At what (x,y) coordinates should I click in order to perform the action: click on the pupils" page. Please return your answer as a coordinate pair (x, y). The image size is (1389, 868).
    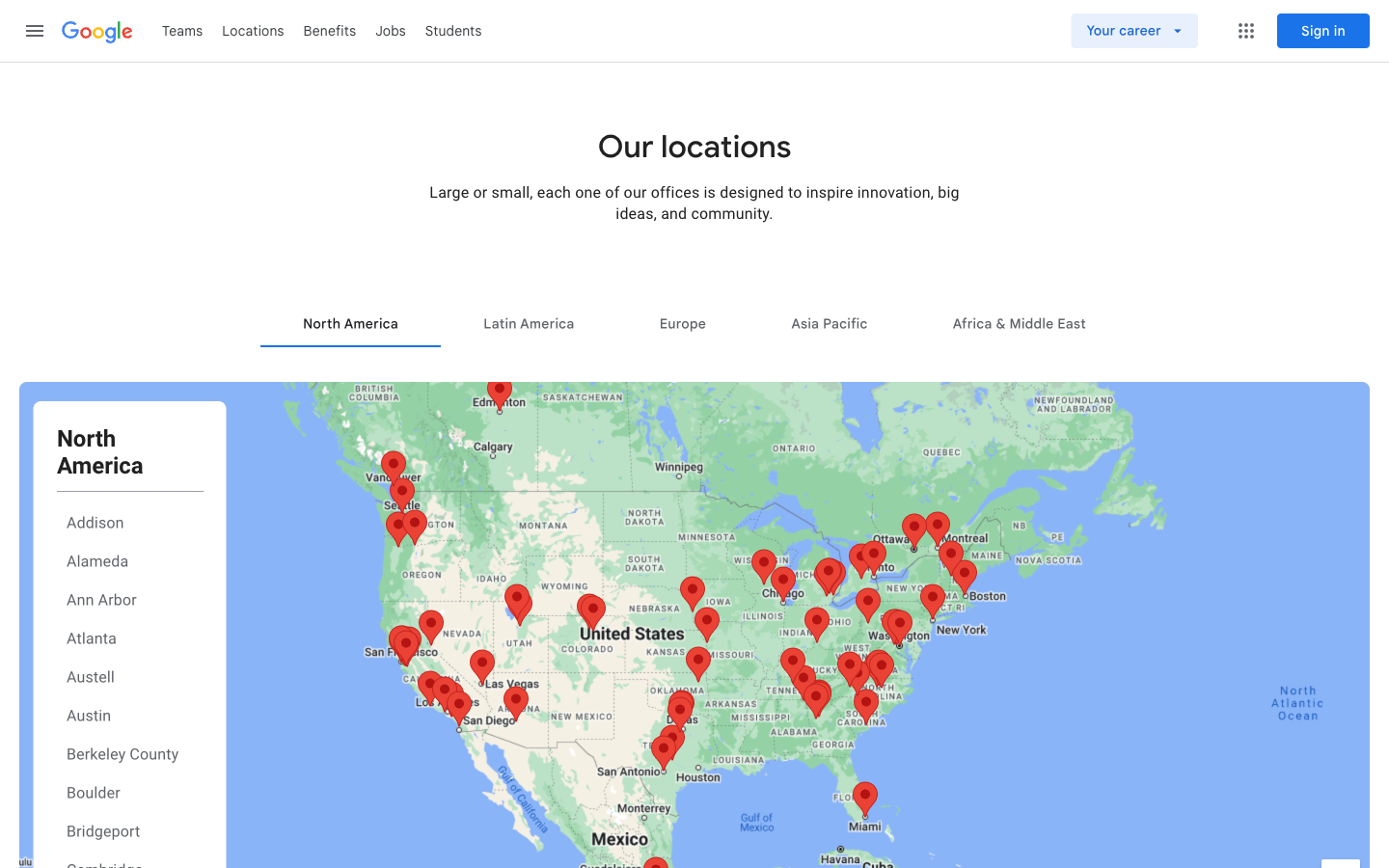
    Looking at the image, I should click on (453, 29).